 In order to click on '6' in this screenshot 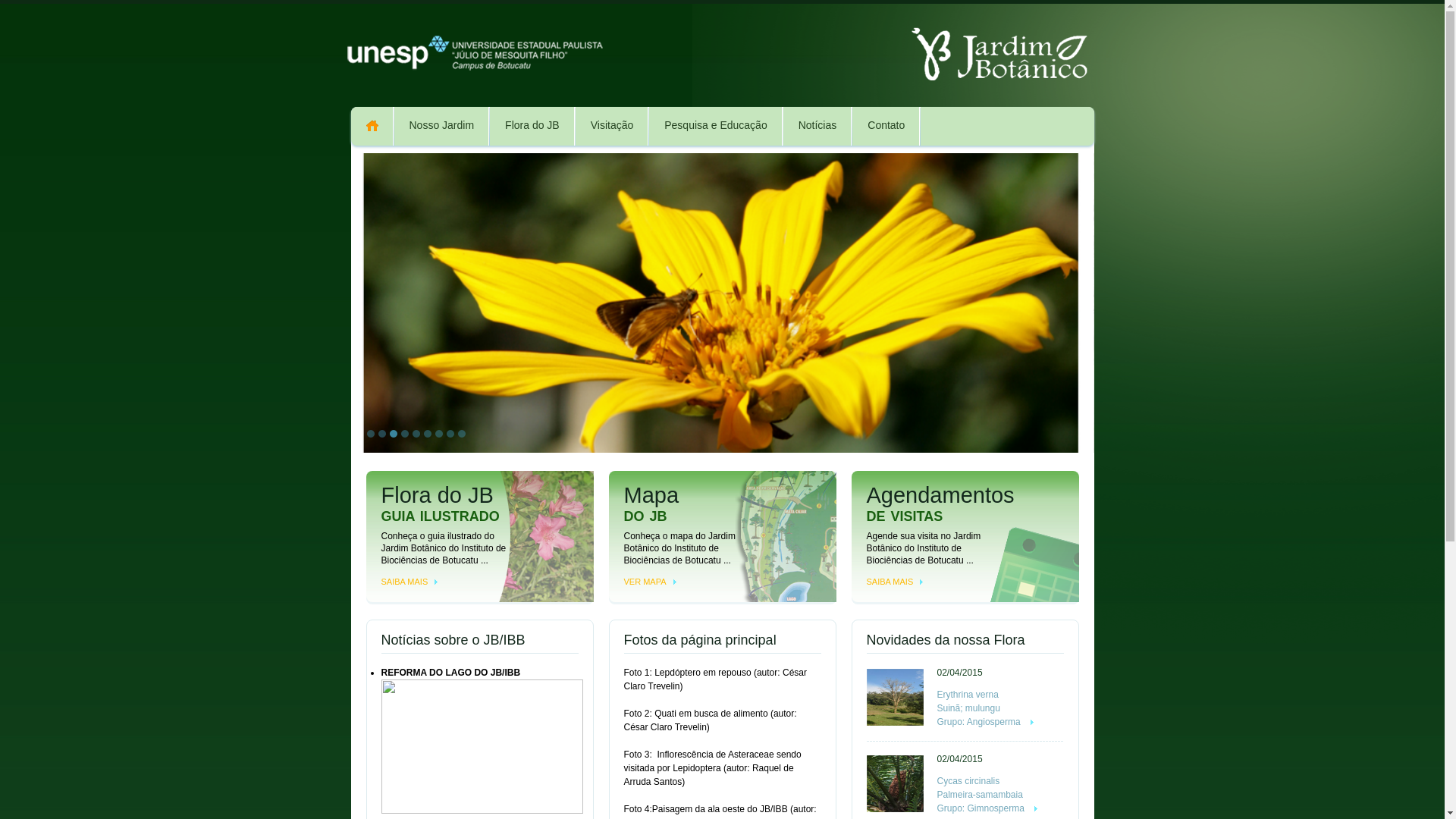, I will do `click(422, 433)`.